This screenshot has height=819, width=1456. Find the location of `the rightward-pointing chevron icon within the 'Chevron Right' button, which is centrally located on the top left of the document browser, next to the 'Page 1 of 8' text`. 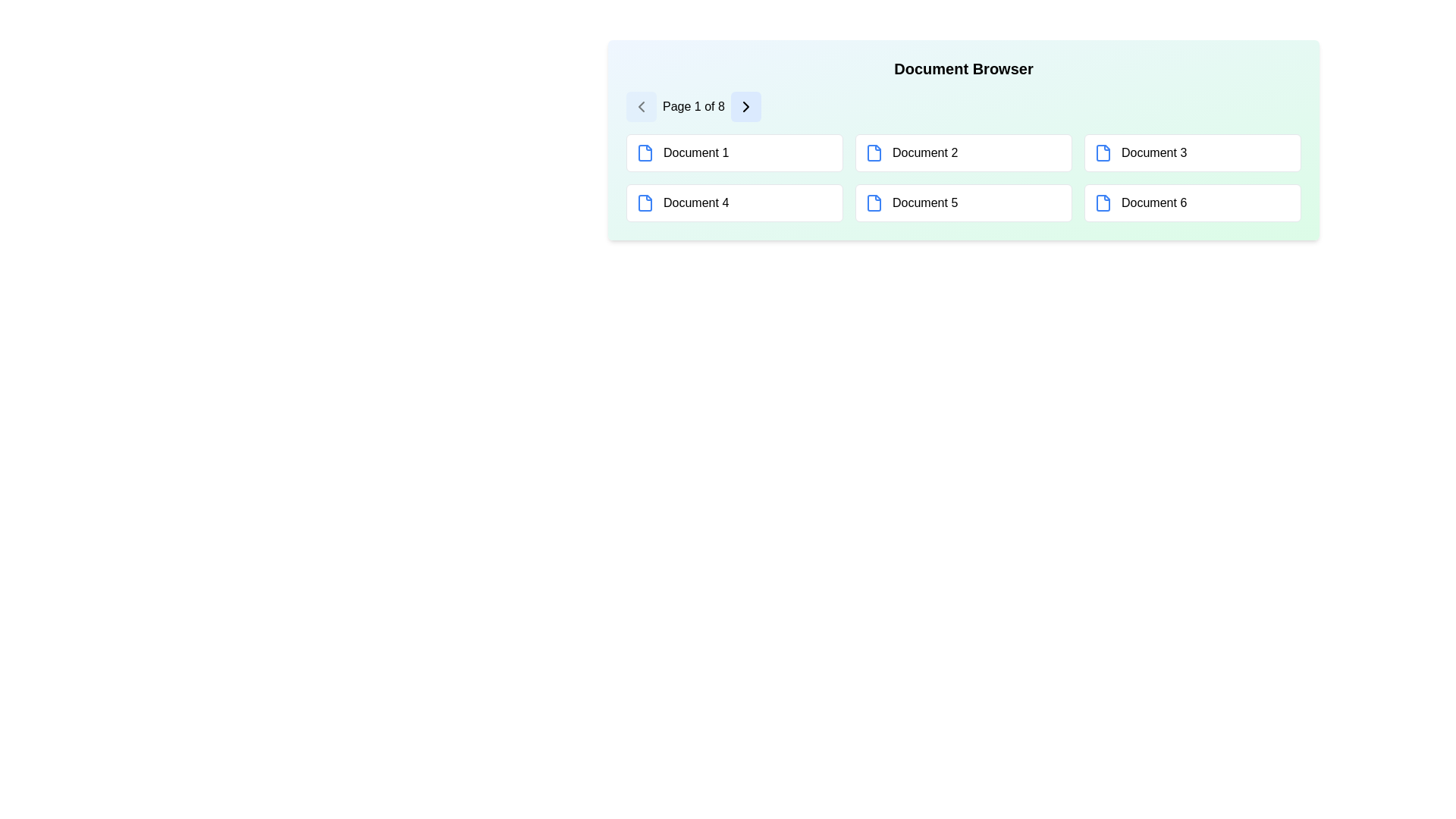

the rightward-pointing chevron icon within the 'Chevron Right' button, which is centrally located on the top left of the document browser, next to the 'Page 1 of 8' text is located at coordinates (745, 106).